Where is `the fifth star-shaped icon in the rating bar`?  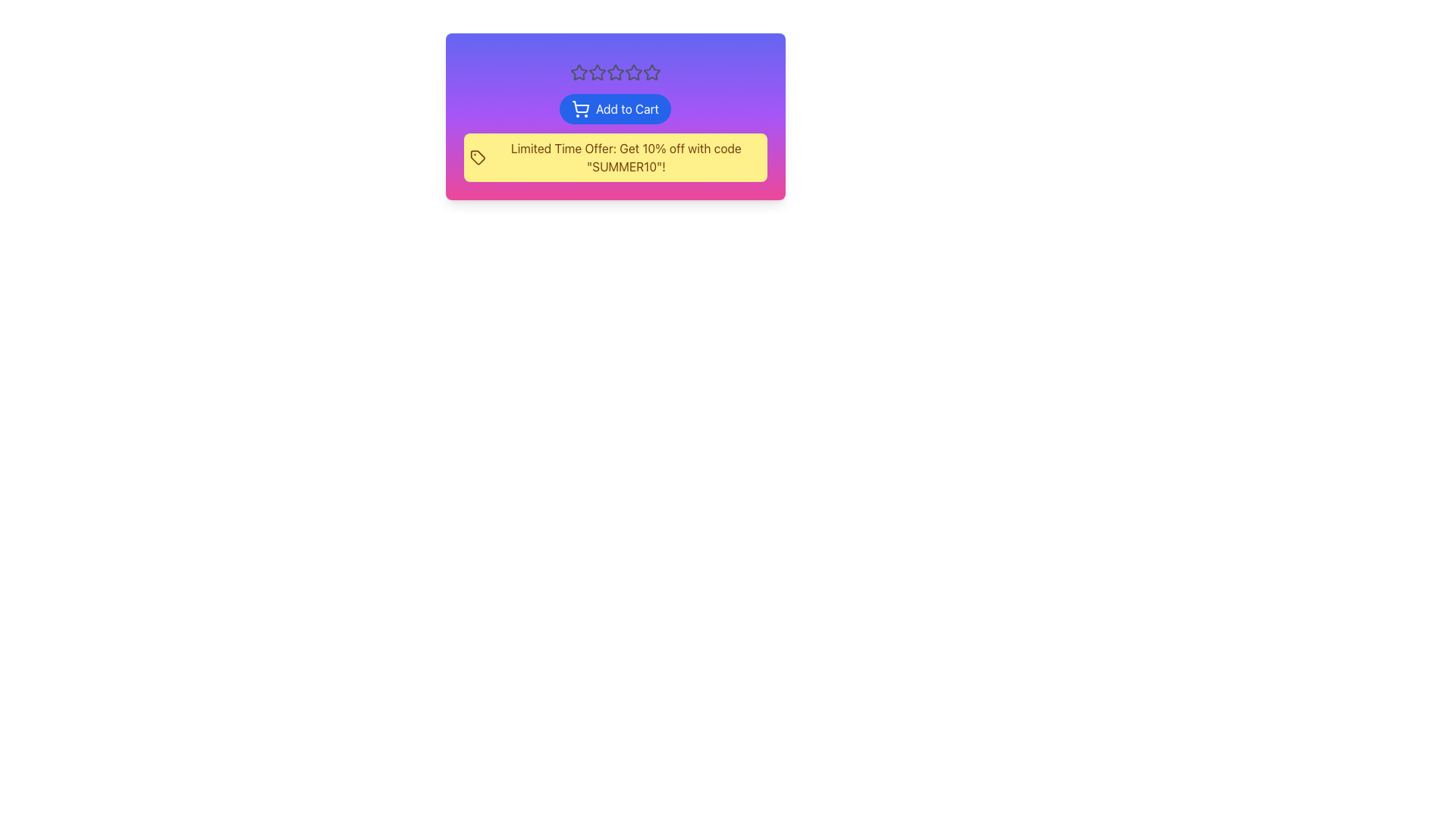
the fifth star-shaped icon in the rating bar is located at coordinates (633, 73).